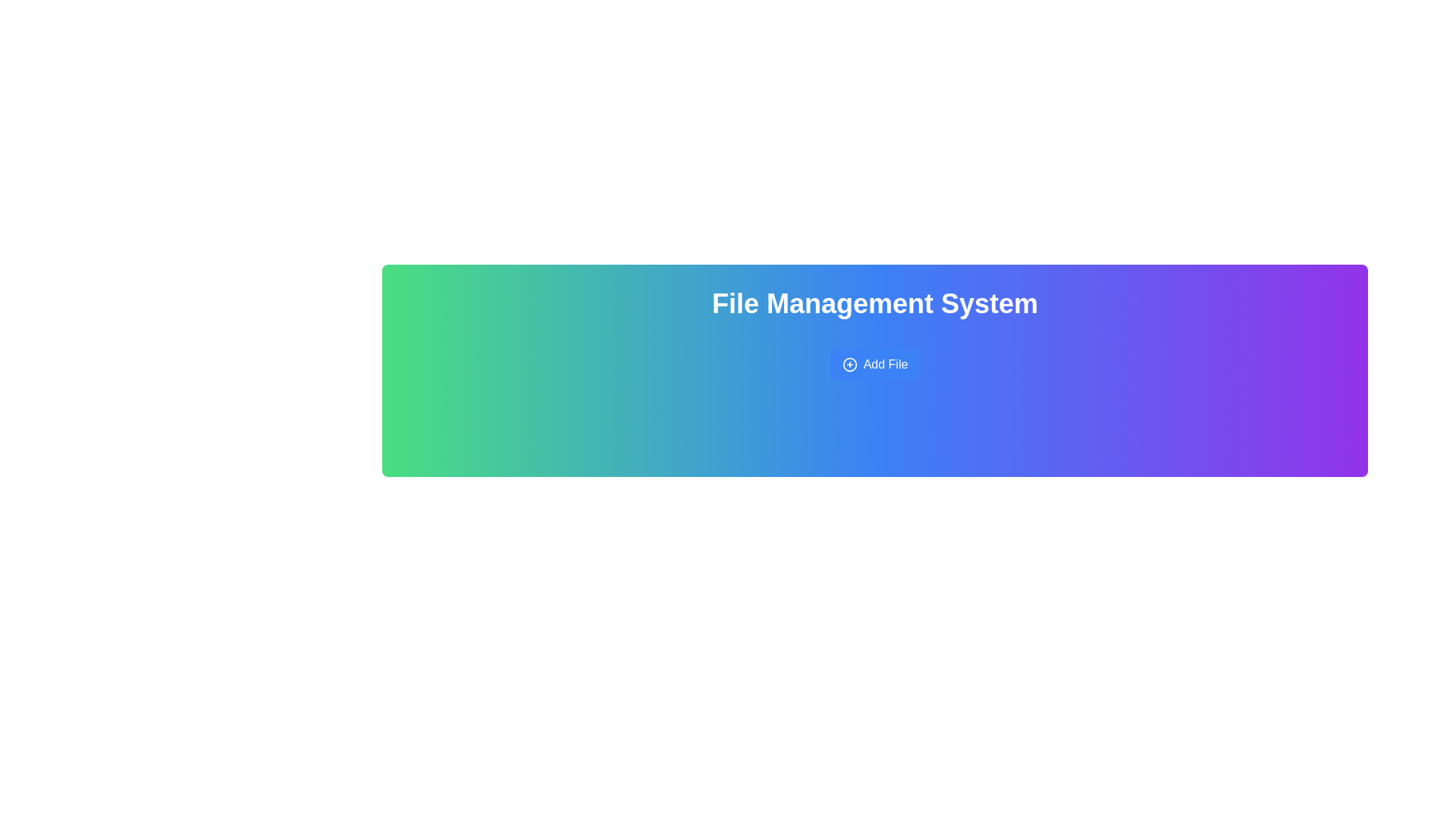  I want to click on the button labeled 'Add Files' located centrally beneath the 'File Management System' title, so click(874, 365).